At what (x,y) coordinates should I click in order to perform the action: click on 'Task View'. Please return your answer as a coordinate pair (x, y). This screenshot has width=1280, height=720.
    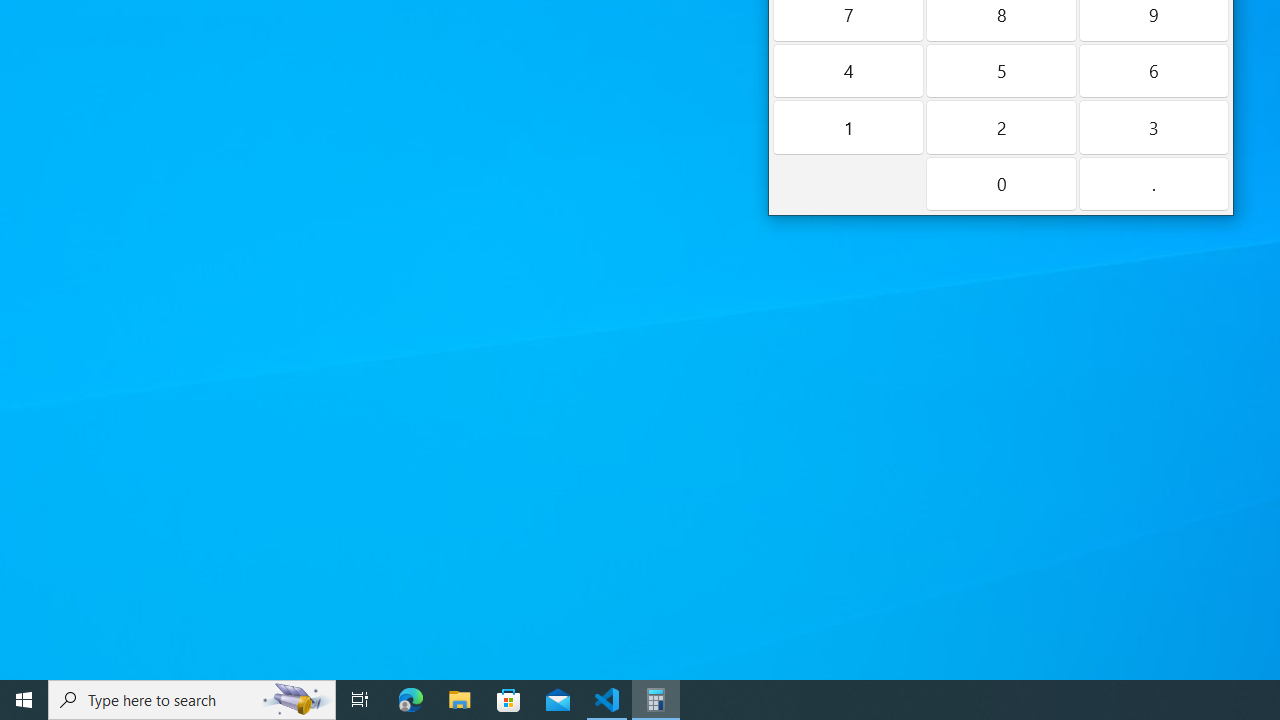
    Looking at the image, I should click on (359, 698).